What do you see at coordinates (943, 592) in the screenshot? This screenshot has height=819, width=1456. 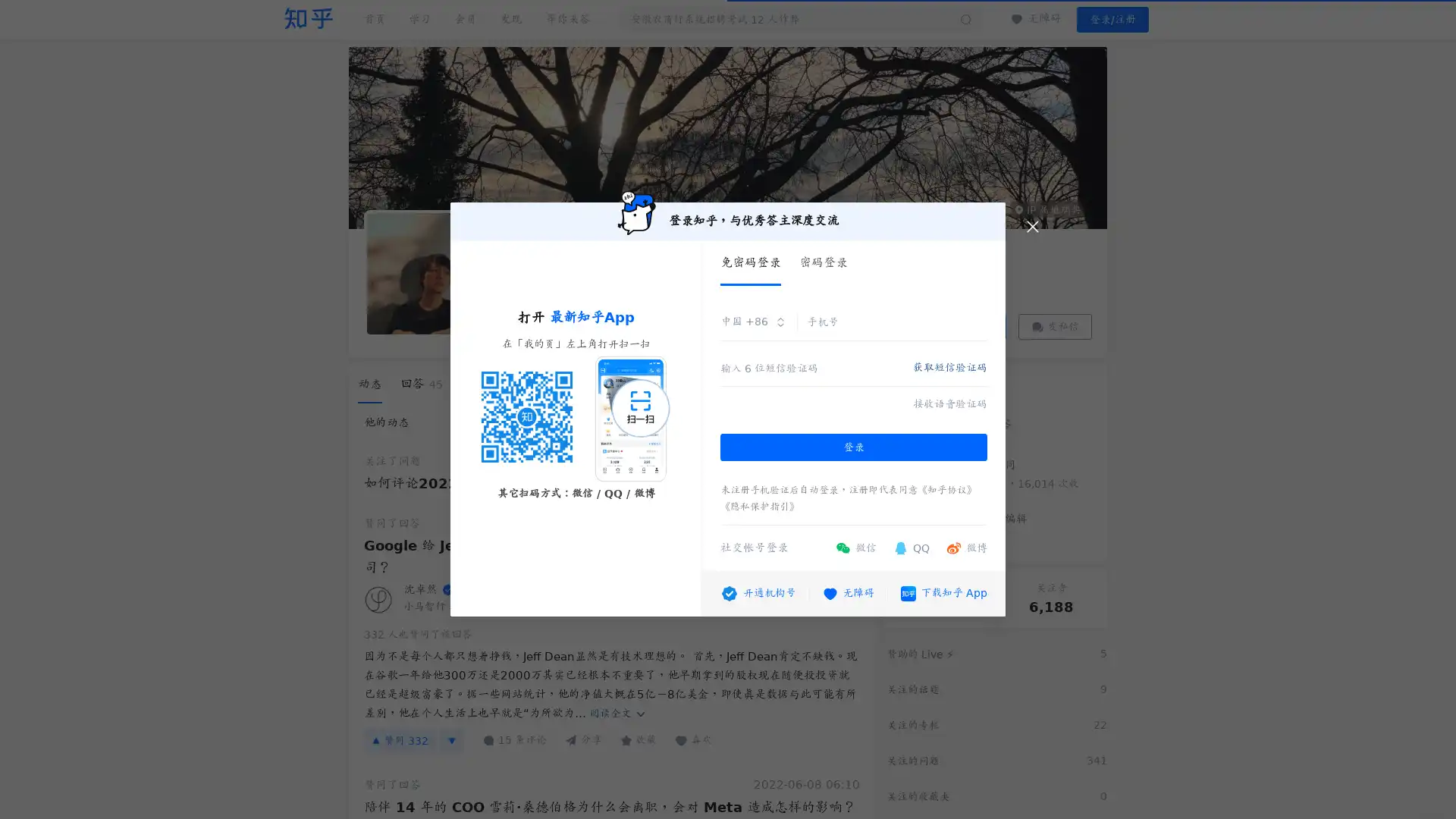 I see `App` at bounding box center [943, 592].